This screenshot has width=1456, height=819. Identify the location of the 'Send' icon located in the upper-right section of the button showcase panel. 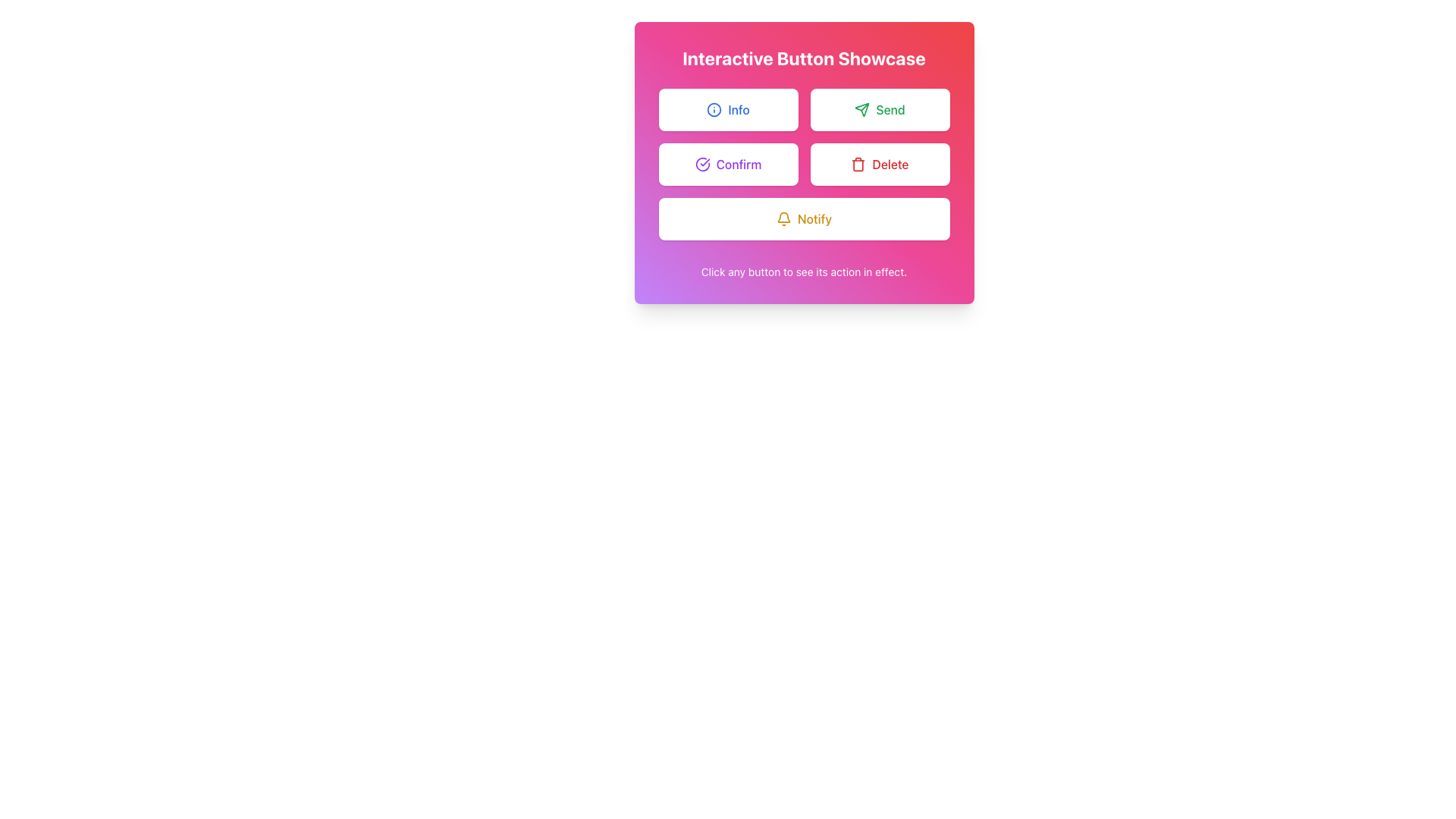
(862, 109).